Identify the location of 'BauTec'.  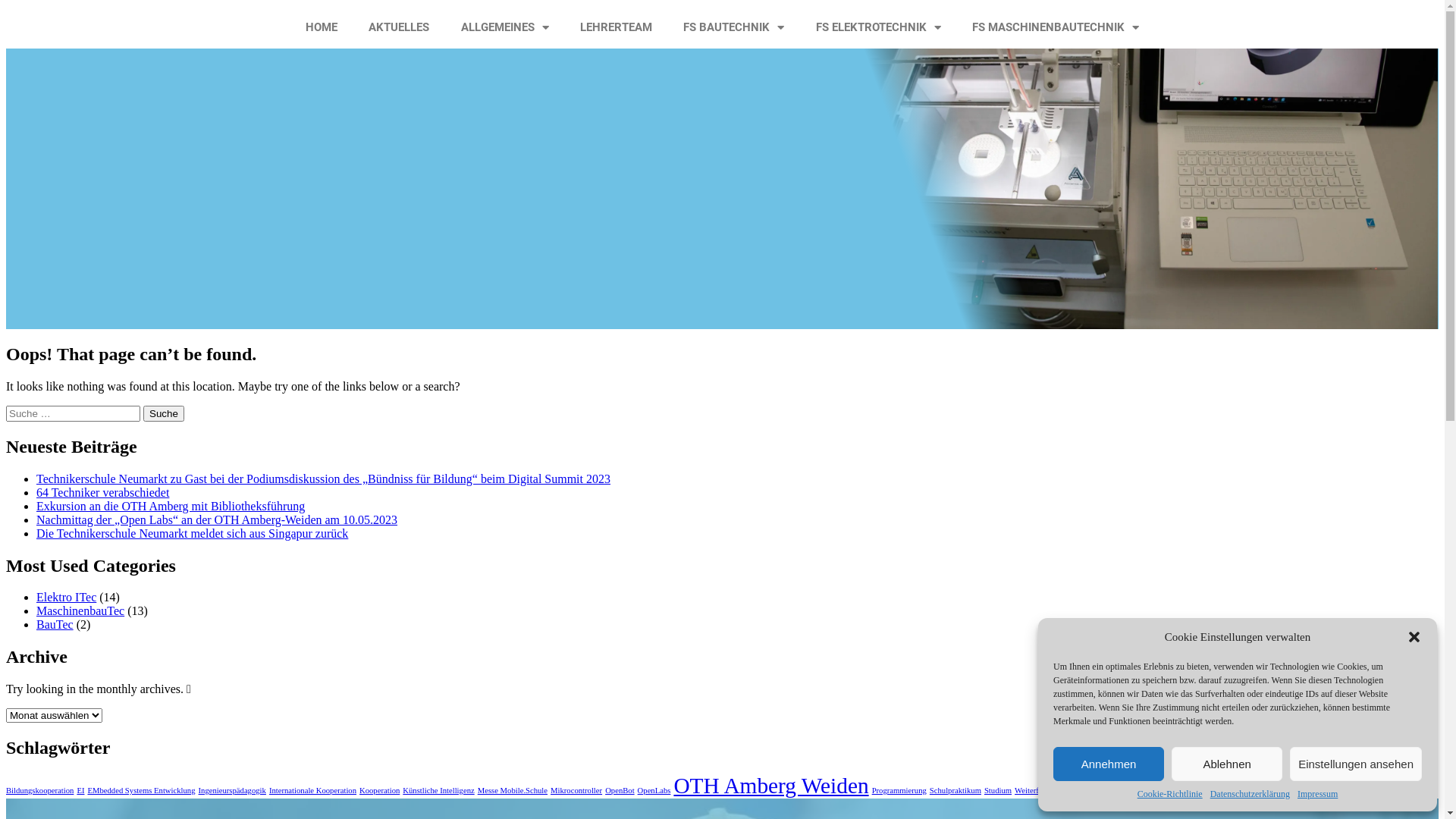
(55, 624).